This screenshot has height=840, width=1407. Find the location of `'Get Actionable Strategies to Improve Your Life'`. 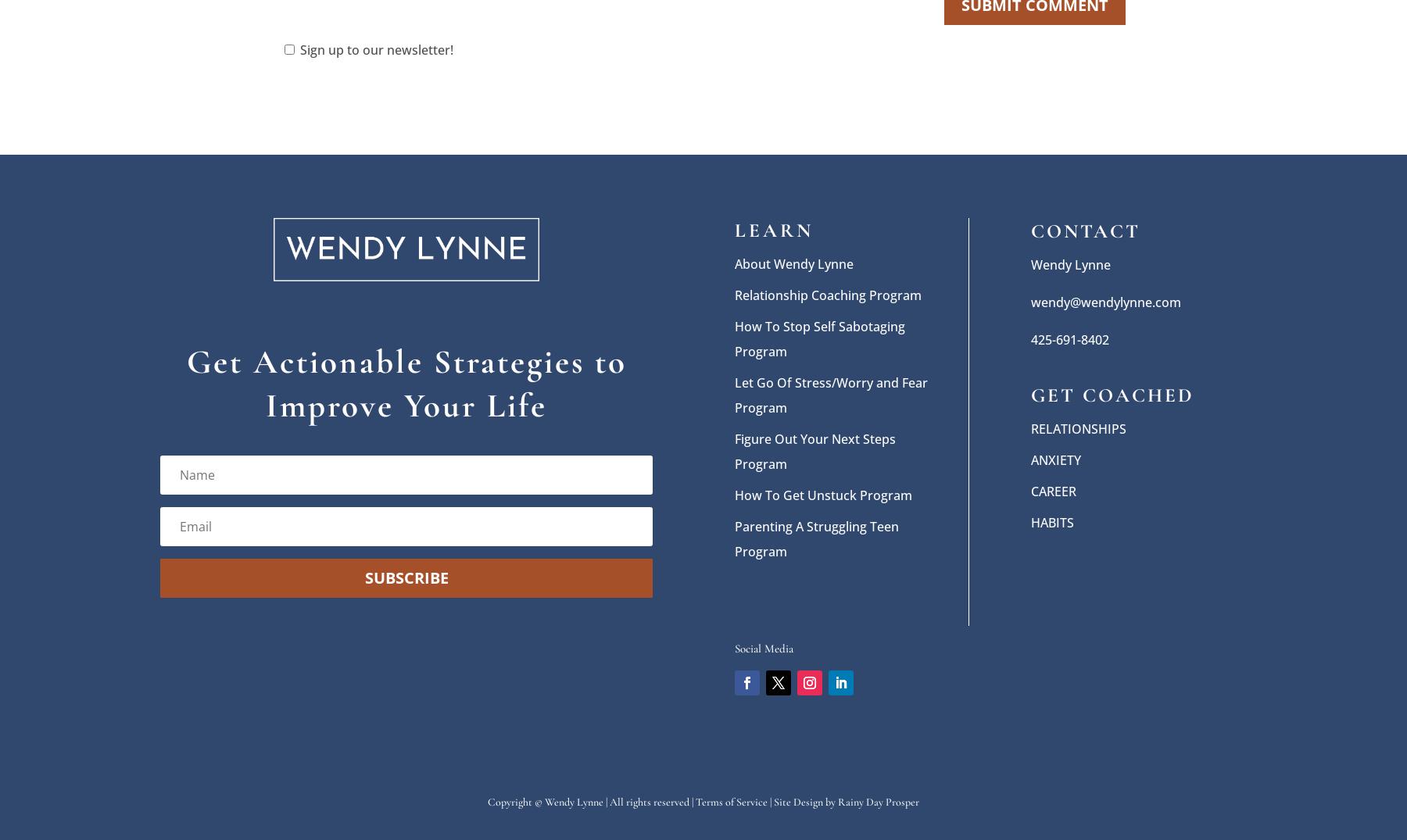

'Get Actionable Strategies to Improve Your Life' is located at coordinates (405, 382).